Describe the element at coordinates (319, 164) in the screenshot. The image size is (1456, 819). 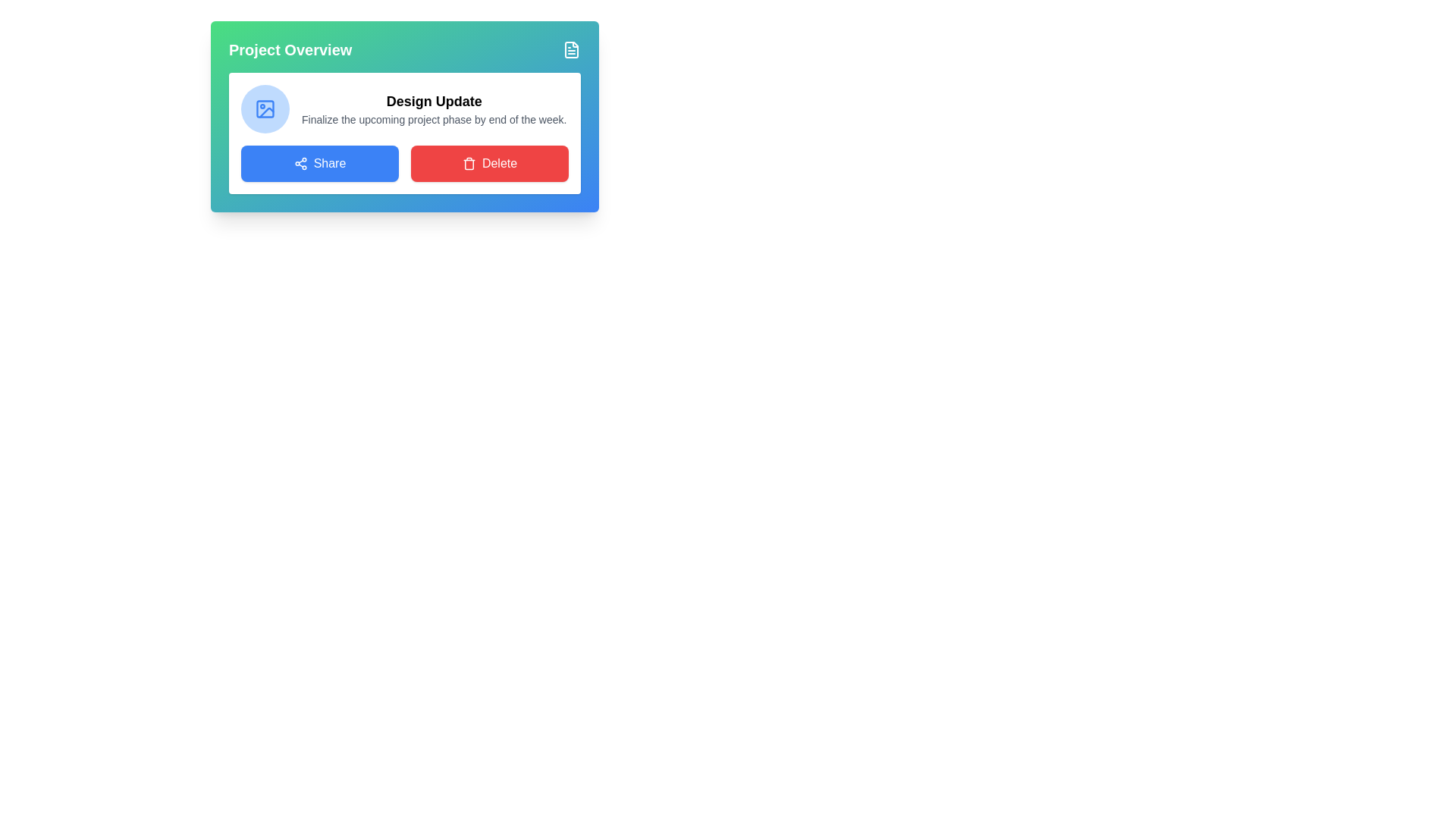
I see `the 'Share' button, which is a rectangular button with a blue background and white text, located within the 'Project Overview' card component` at that location.